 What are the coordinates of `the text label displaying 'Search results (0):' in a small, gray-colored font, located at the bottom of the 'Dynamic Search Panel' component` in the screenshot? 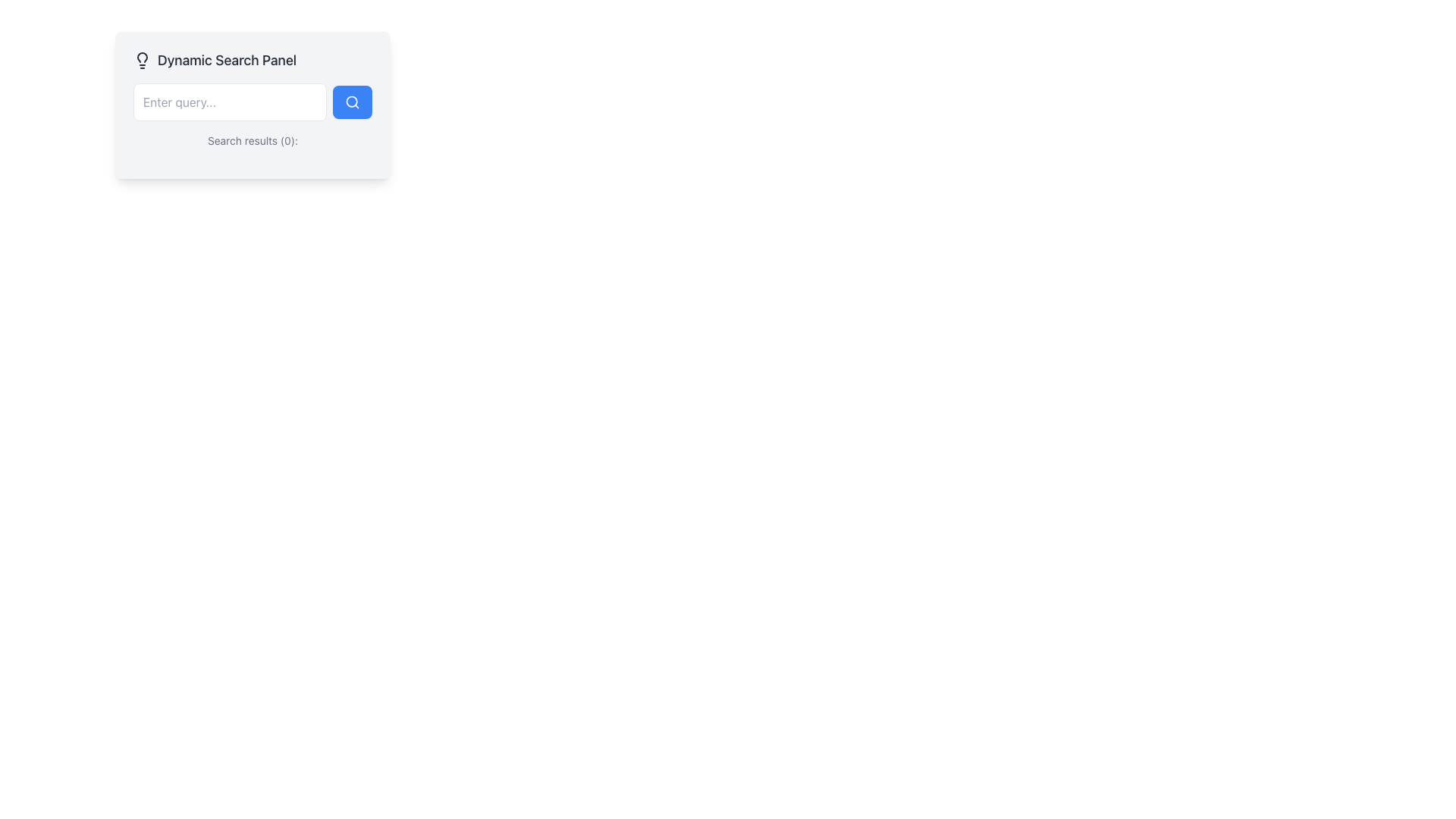 It's located at (253, 140).